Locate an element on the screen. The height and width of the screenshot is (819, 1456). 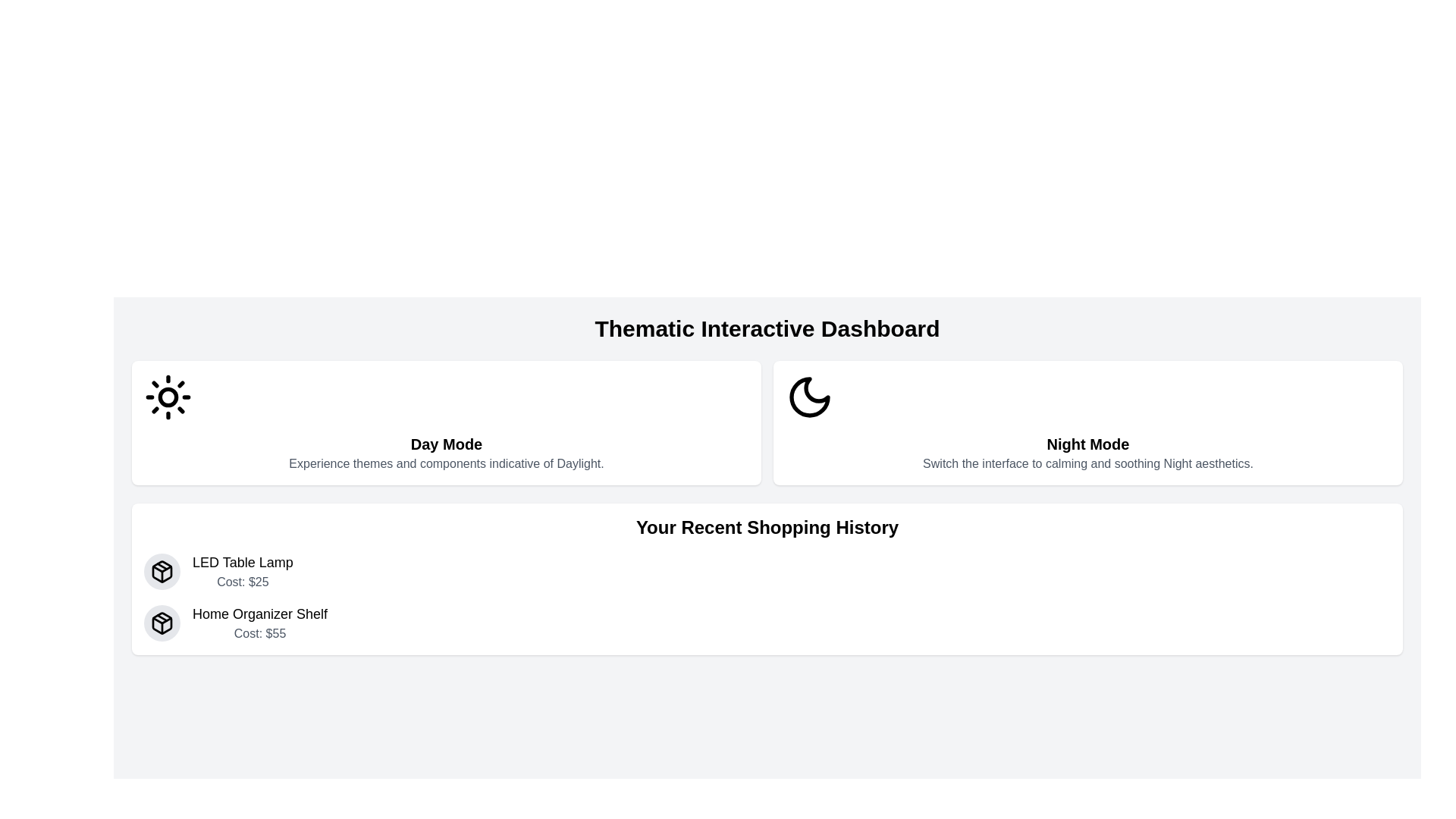
the Interactive card that represents the 'Day Mode' interface theme, located in the upper section of the layout to the left of the 'Night Mode' card is located at coordinates (446, 423).